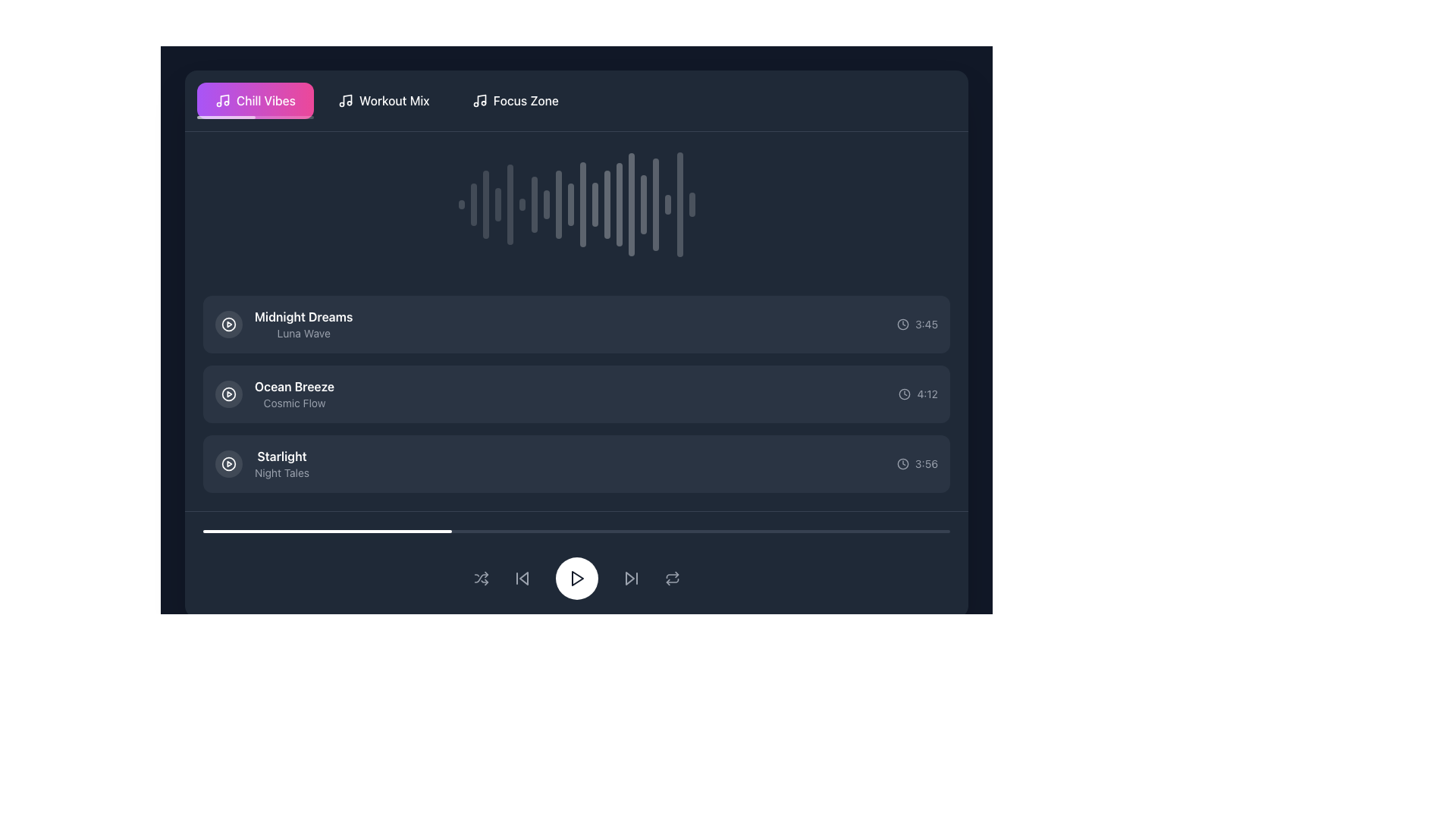  I want to click on the 10th vertical bar of the waveform visualization, which is styled with a translucent white color and has a pulsing effect, so click(570, 205).